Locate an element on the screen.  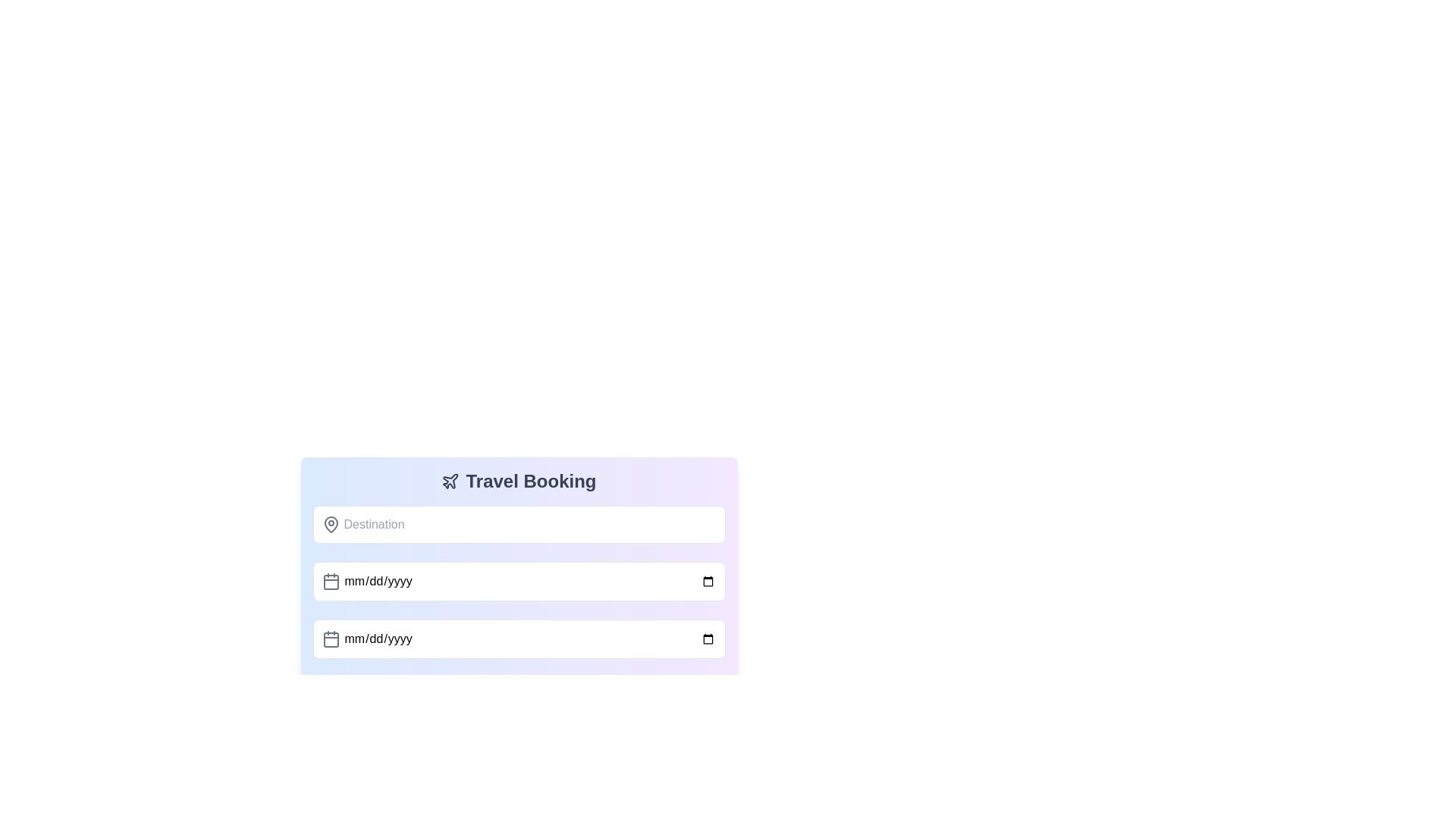
the decorative airplane icon located in the header section of the user interface, which is positioned just to the left of the 'Travel Booking' text is located at coordinates (450, 481).